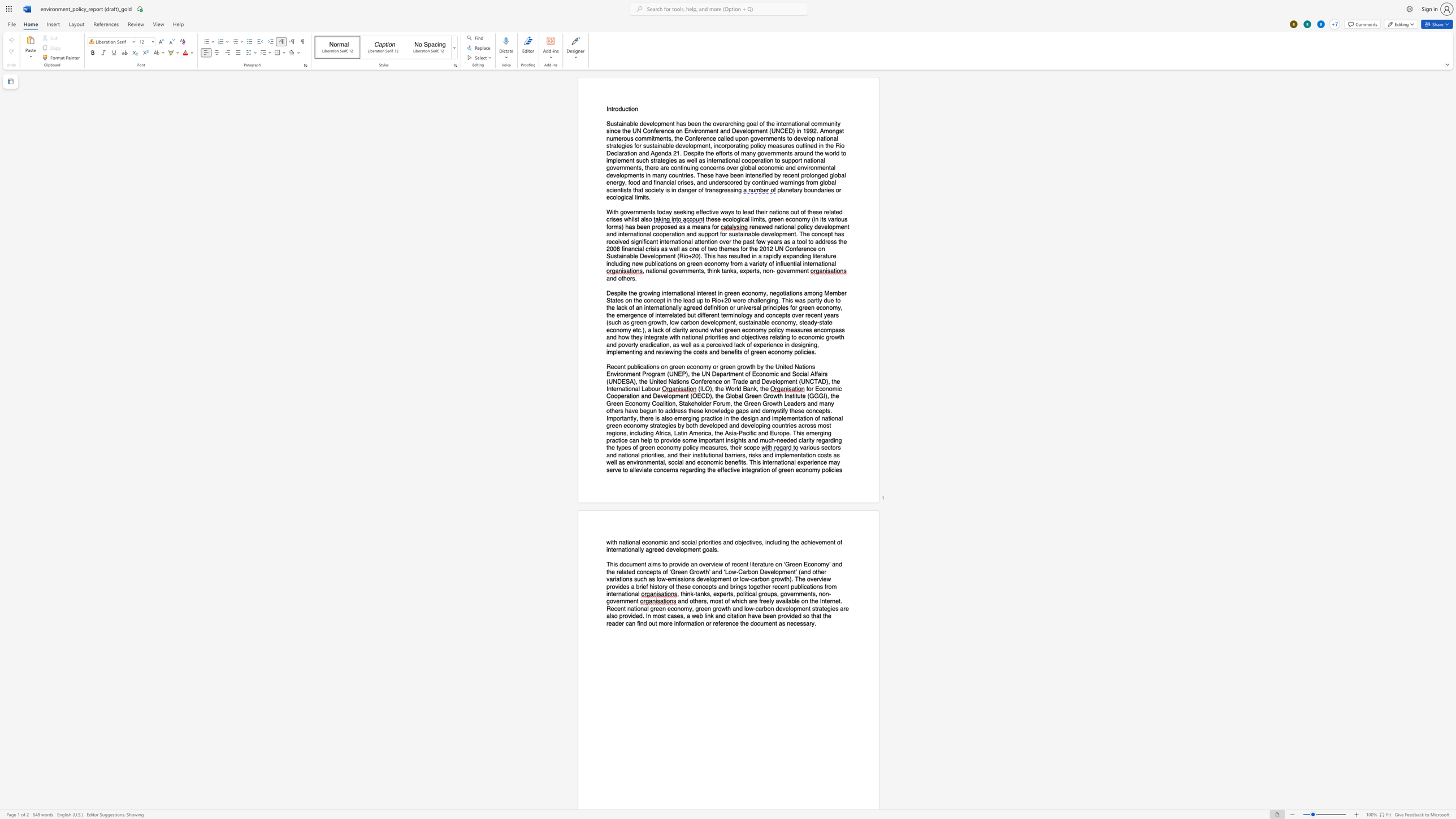 The width and height of the screenshot is (1456, 819). Describe the element at coordinates (639, 211) in the screenshot. I see `the space between the continuous character "n" and "m" in the text` at that location.